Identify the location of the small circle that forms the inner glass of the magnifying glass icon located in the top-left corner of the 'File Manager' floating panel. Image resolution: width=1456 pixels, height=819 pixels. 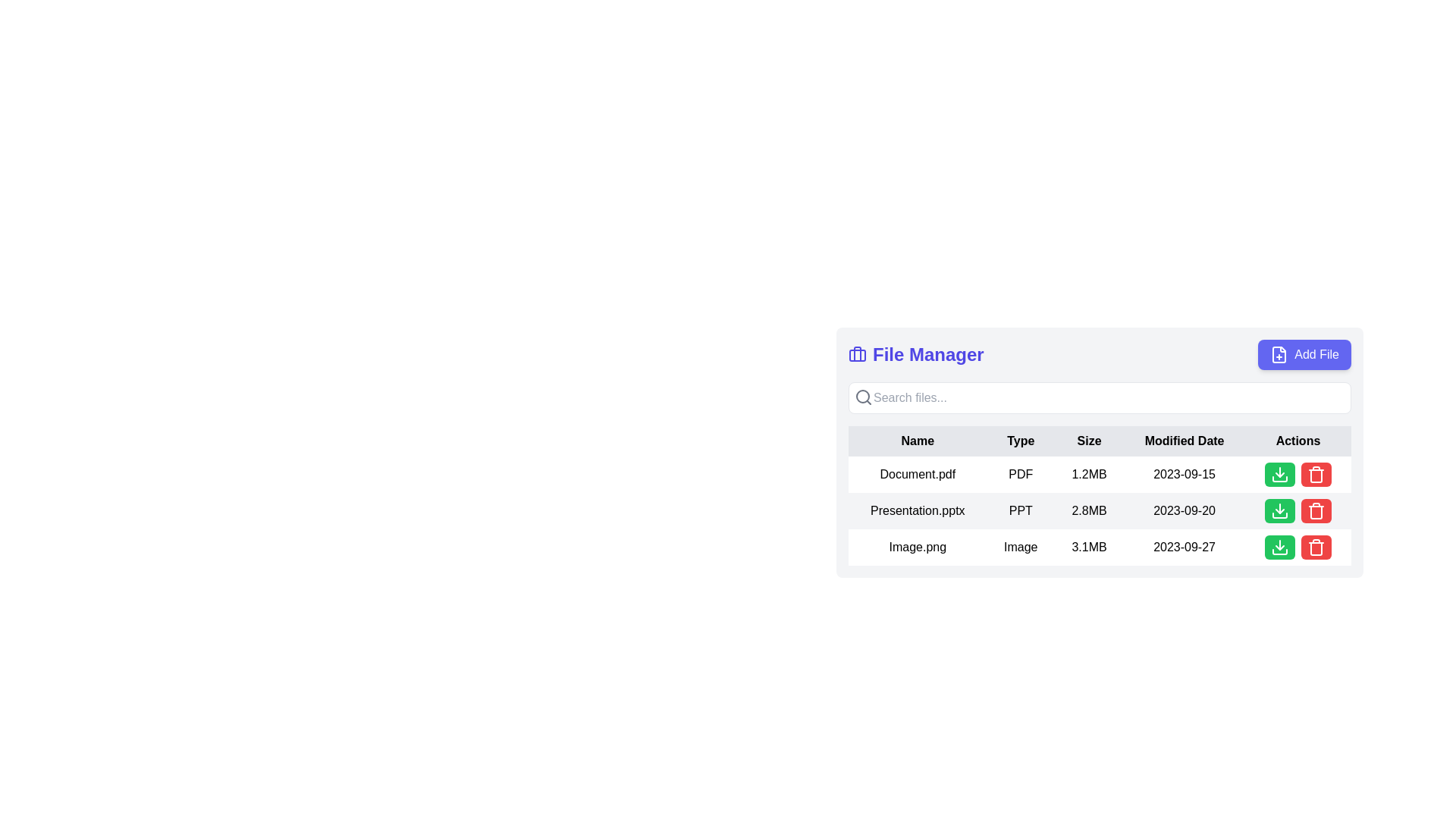
(862, 396).